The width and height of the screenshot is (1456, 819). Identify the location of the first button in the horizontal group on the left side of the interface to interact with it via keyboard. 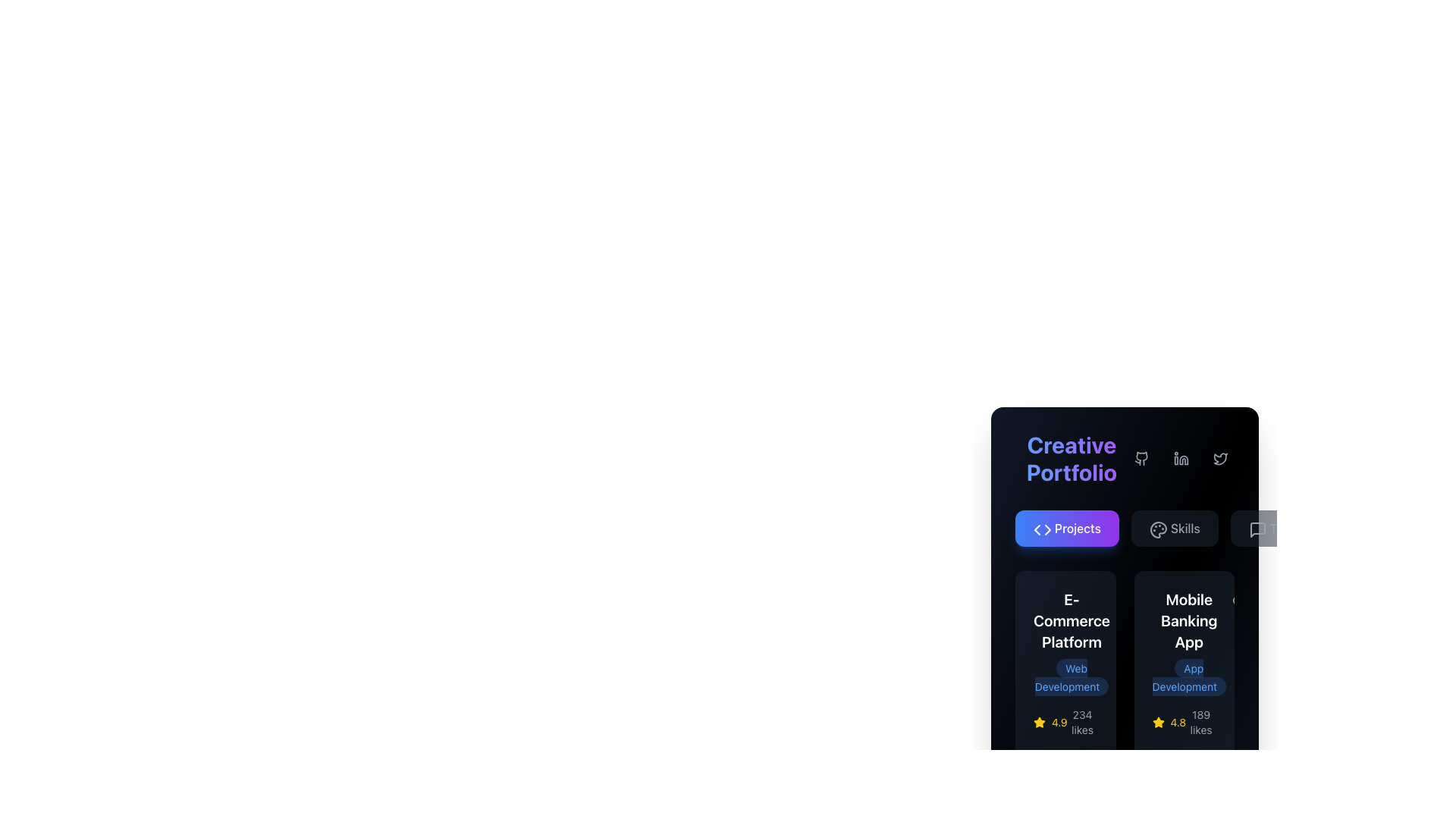
(1066, 528).